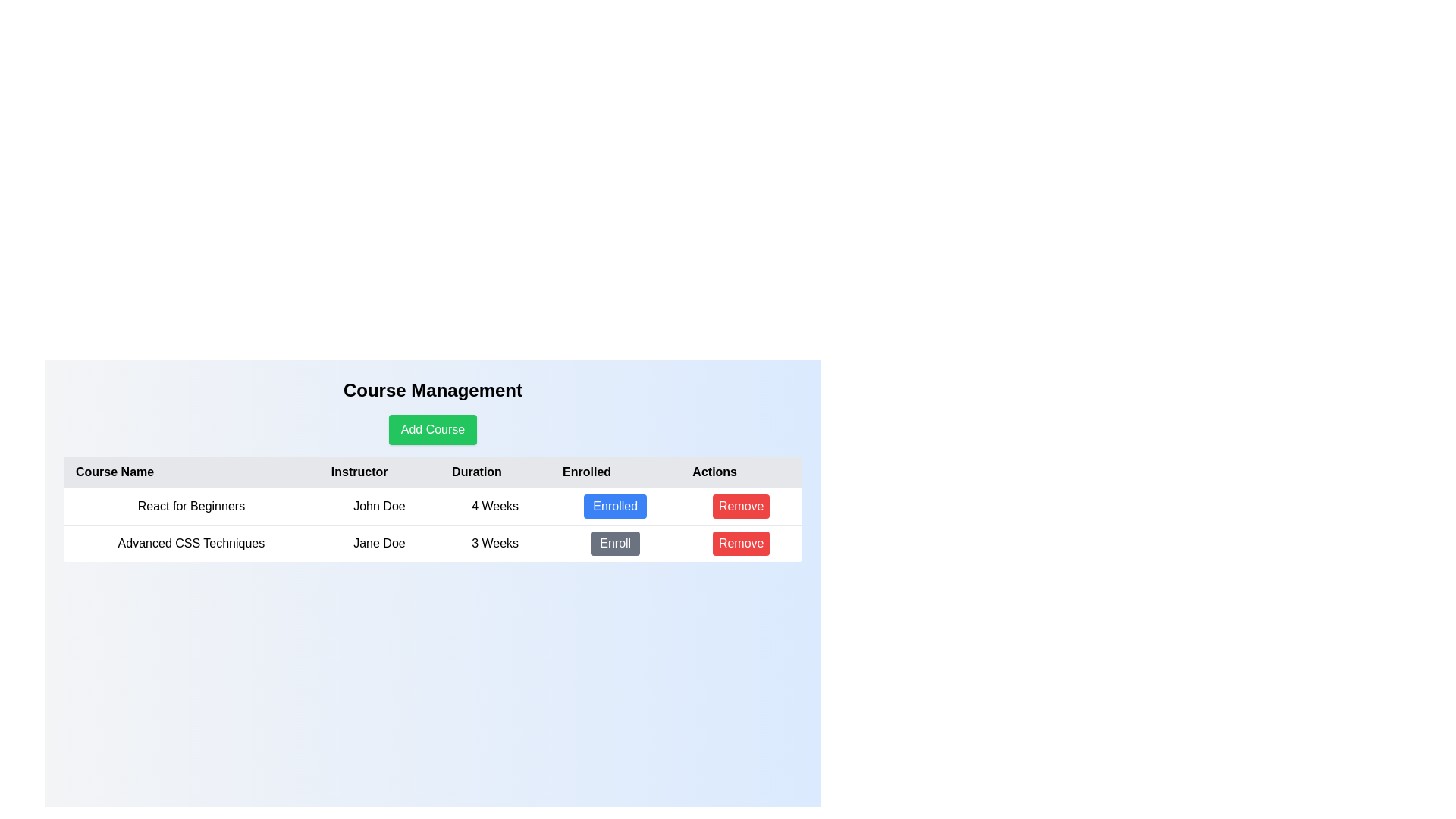 The width and height of the screenshot is (1456, 819). What do you see at coordinates (190, 542) in the screenshot?
I see `the text label displaying 'Advanced CSS Techniques' in black font, which is located in the second row and first column of the table under the header 'Course Name'` at bounding box center [190, 542].